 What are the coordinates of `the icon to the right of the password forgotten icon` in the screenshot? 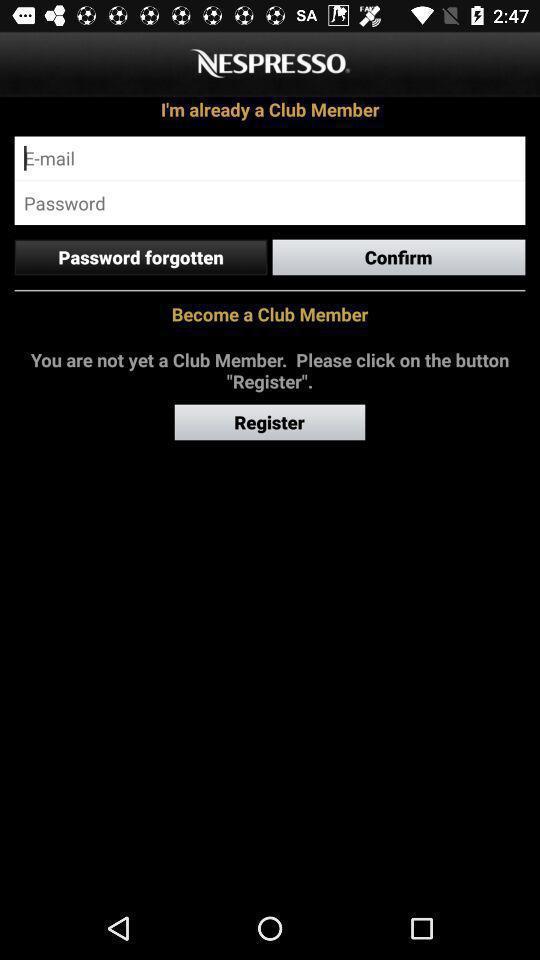 It's located at (399, 256).